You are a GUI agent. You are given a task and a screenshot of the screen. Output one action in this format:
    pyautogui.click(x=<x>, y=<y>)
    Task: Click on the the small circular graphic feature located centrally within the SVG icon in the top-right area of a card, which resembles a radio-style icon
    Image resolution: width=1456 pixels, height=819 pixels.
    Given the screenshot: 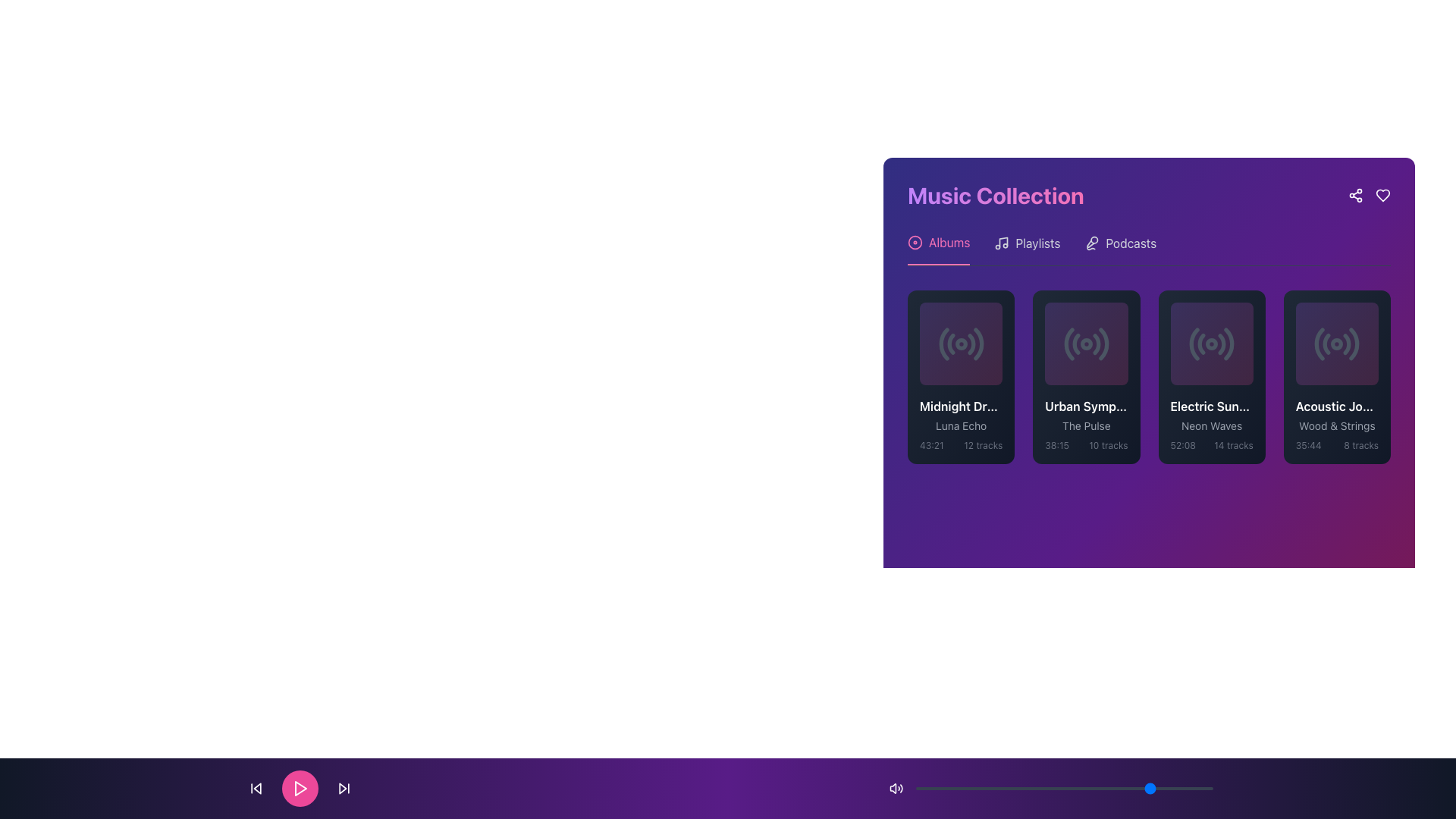 What is the action you would take?
    pyautogui.click(x=960, y=344)
    